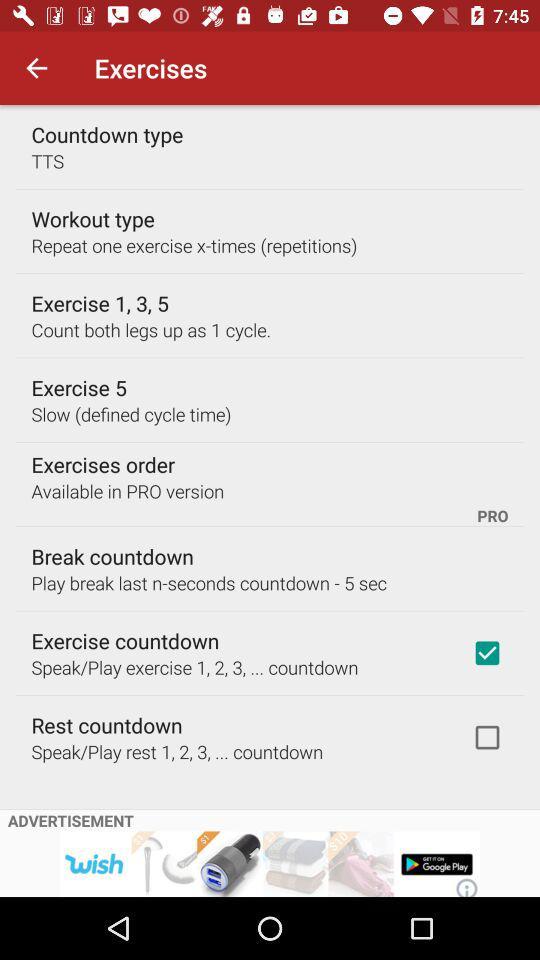 The height and width of the screenshot is (960, 540). What do you see at coordinates (486, 736) in the screenshot?
I see `mark option` at bounding box center [486, 736].